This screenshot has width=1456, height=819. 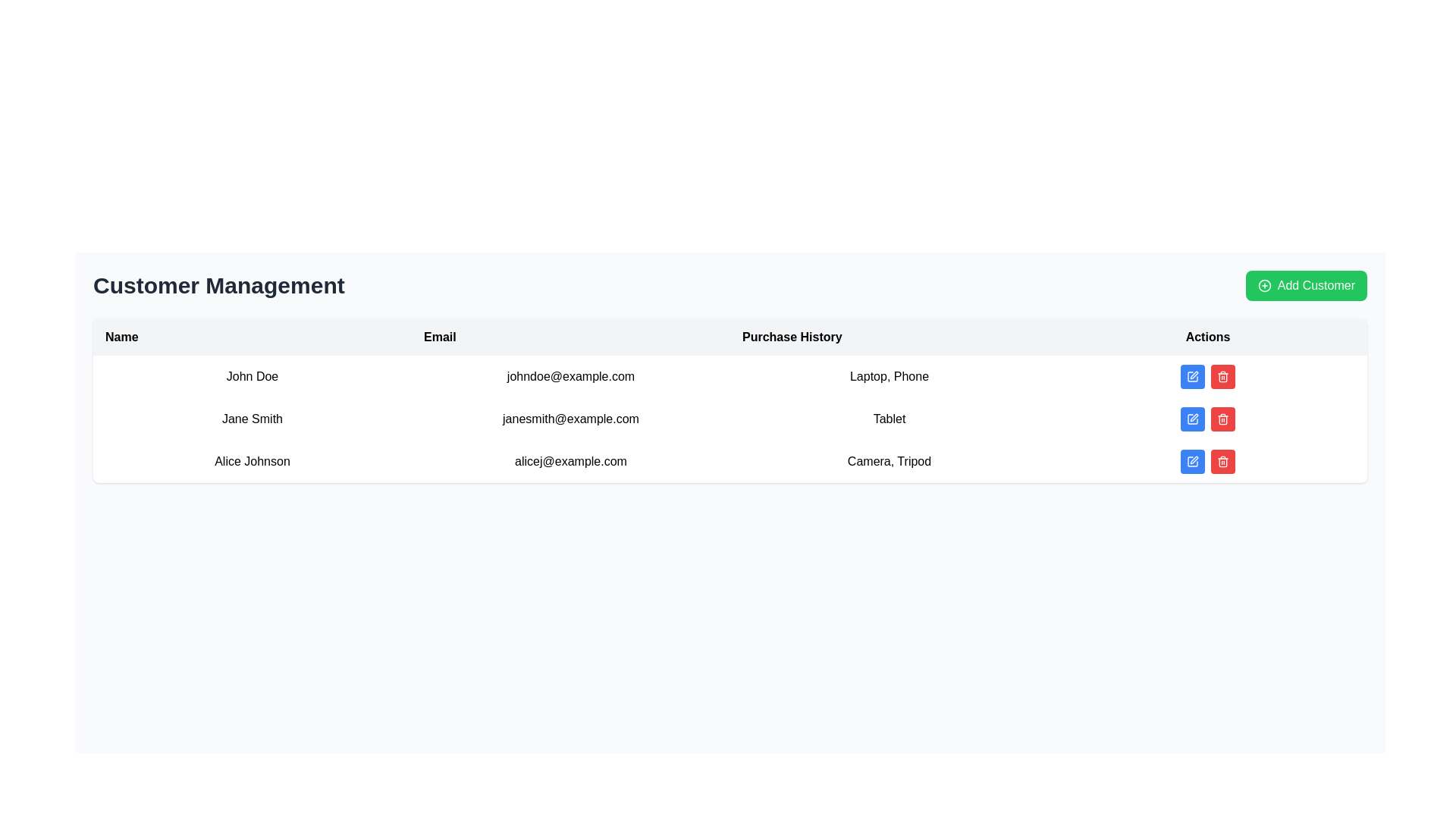 What do you see at coordinates (1222, 376) in the screenshot?
I see `the second button in the 'Actions' column of the second row in the customer management table` at bounding box center [1222, 376].